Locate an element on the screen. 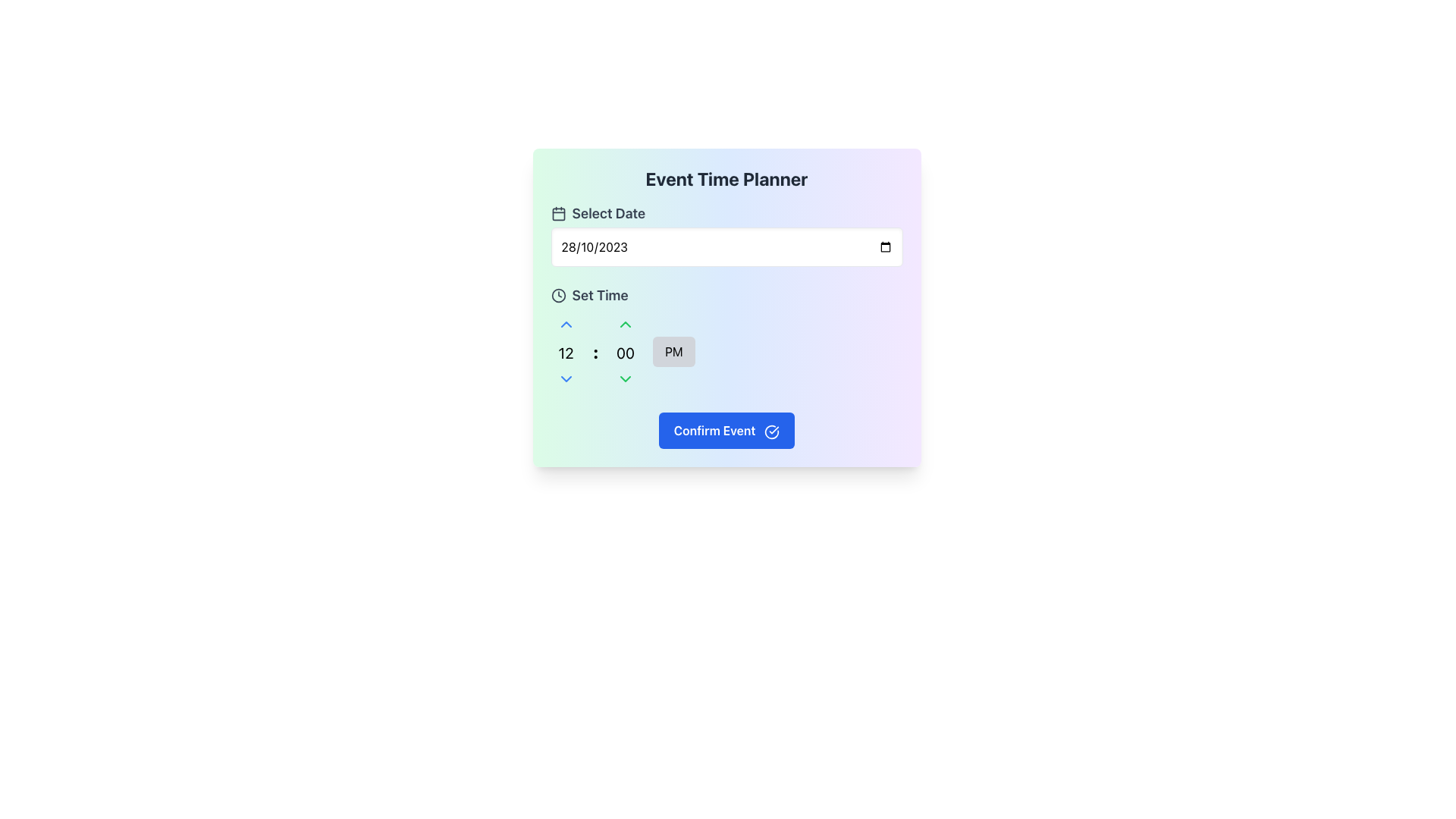 Image resolution: width=1456 pixels, height=819 pixels. the decrement button, which is the second interactive button below the '00' display and the upward chevron icon is located at coordinates (626, 378).